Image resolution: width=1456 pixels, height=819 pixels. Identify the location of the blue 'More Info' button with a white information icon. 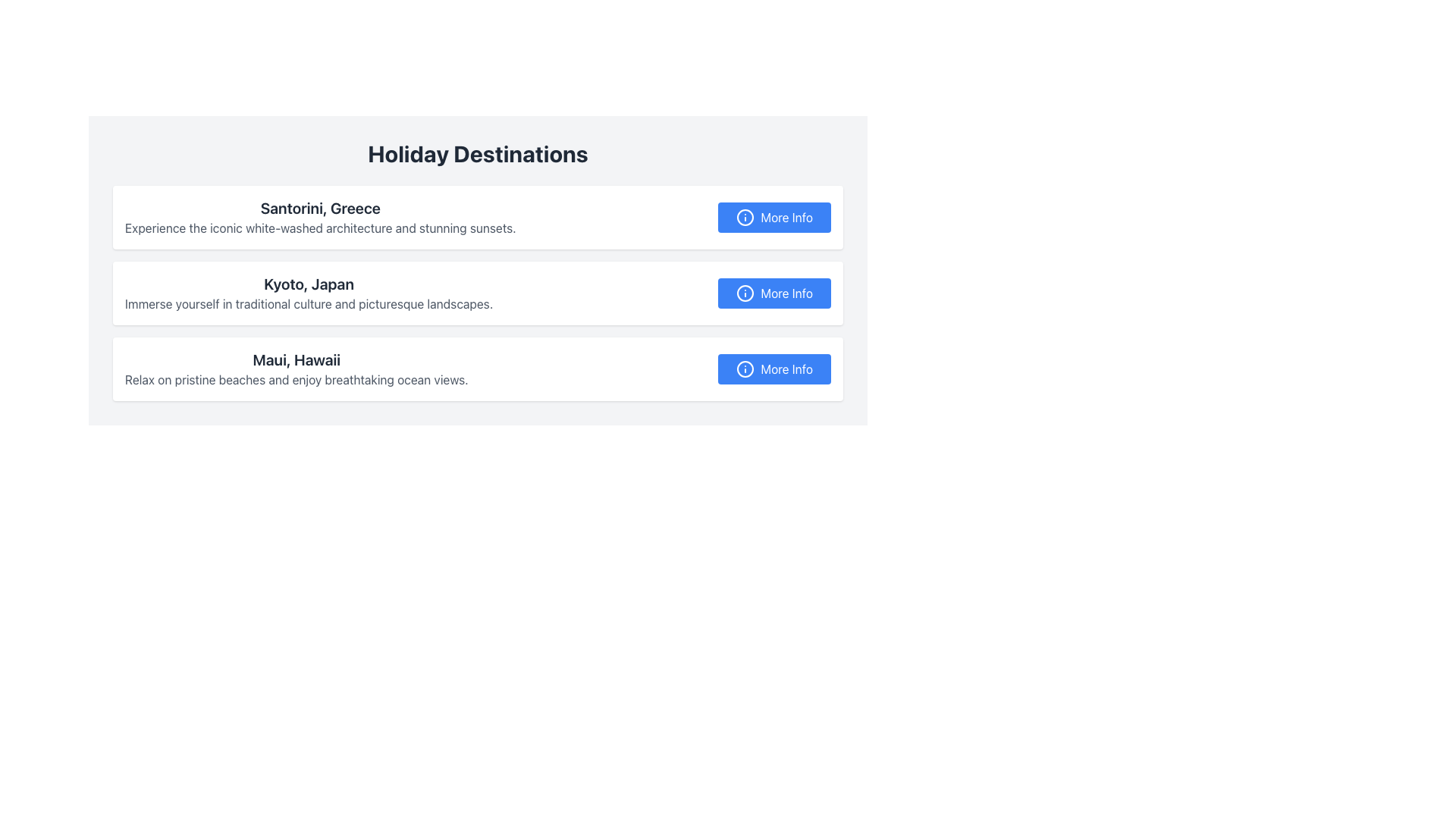
(774, 369).